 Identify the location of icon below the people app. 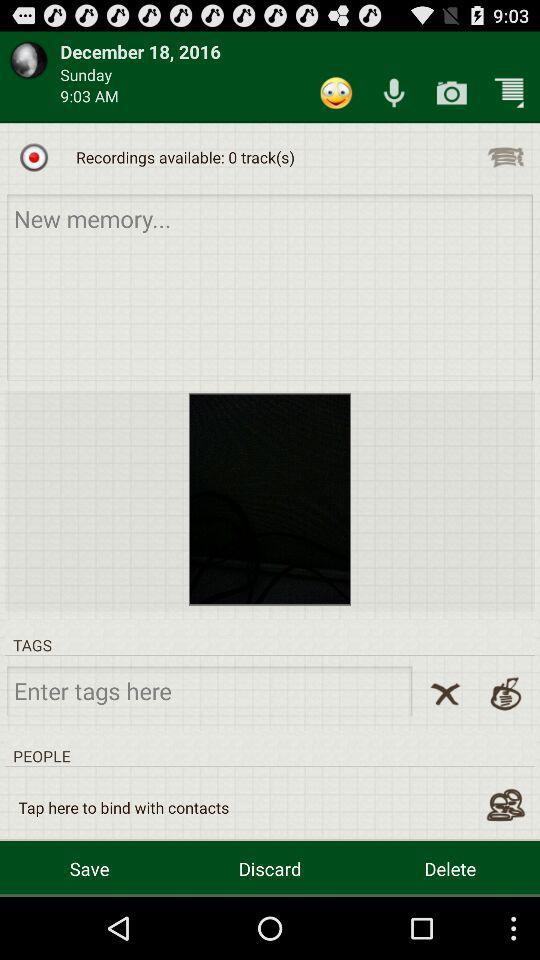
(123, 807).